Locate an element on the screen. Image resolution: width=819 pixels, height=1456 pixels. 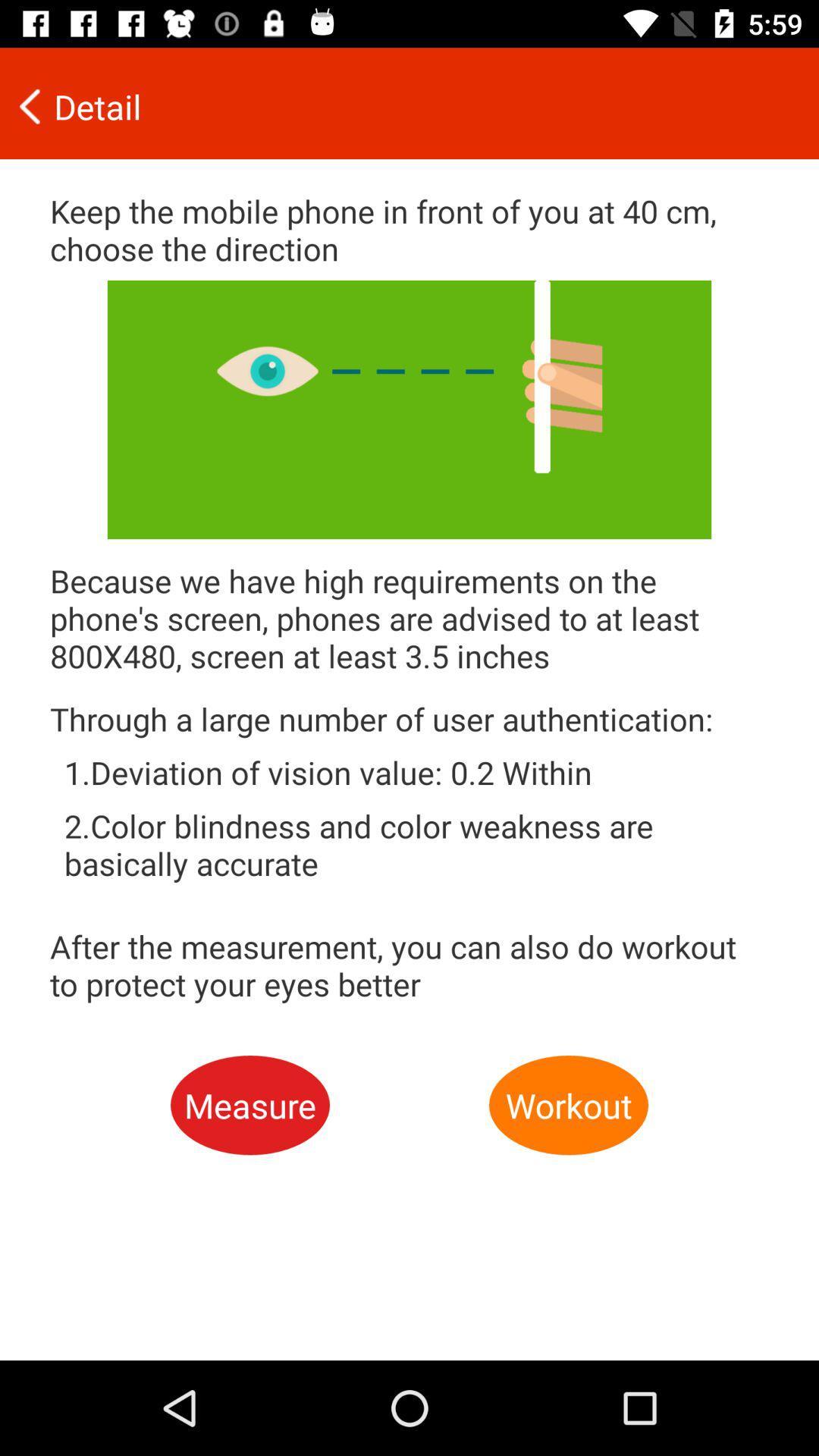
the item below after the measurement is located at coordinates (249, 1105).